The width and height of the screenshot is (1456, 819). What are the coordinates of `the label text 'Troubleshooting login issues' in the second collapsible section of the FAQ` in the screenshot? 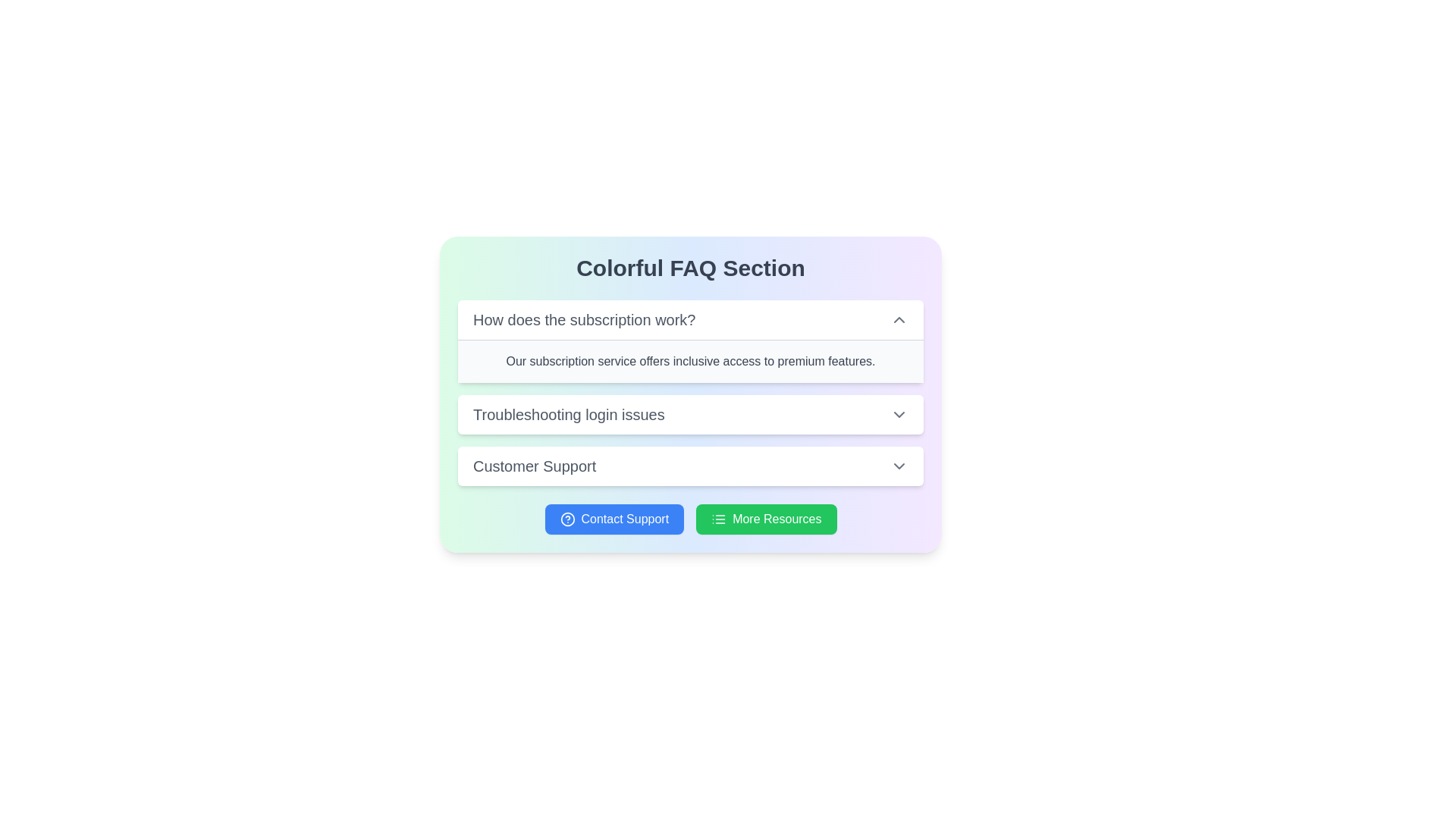 It's located at (568, 415).